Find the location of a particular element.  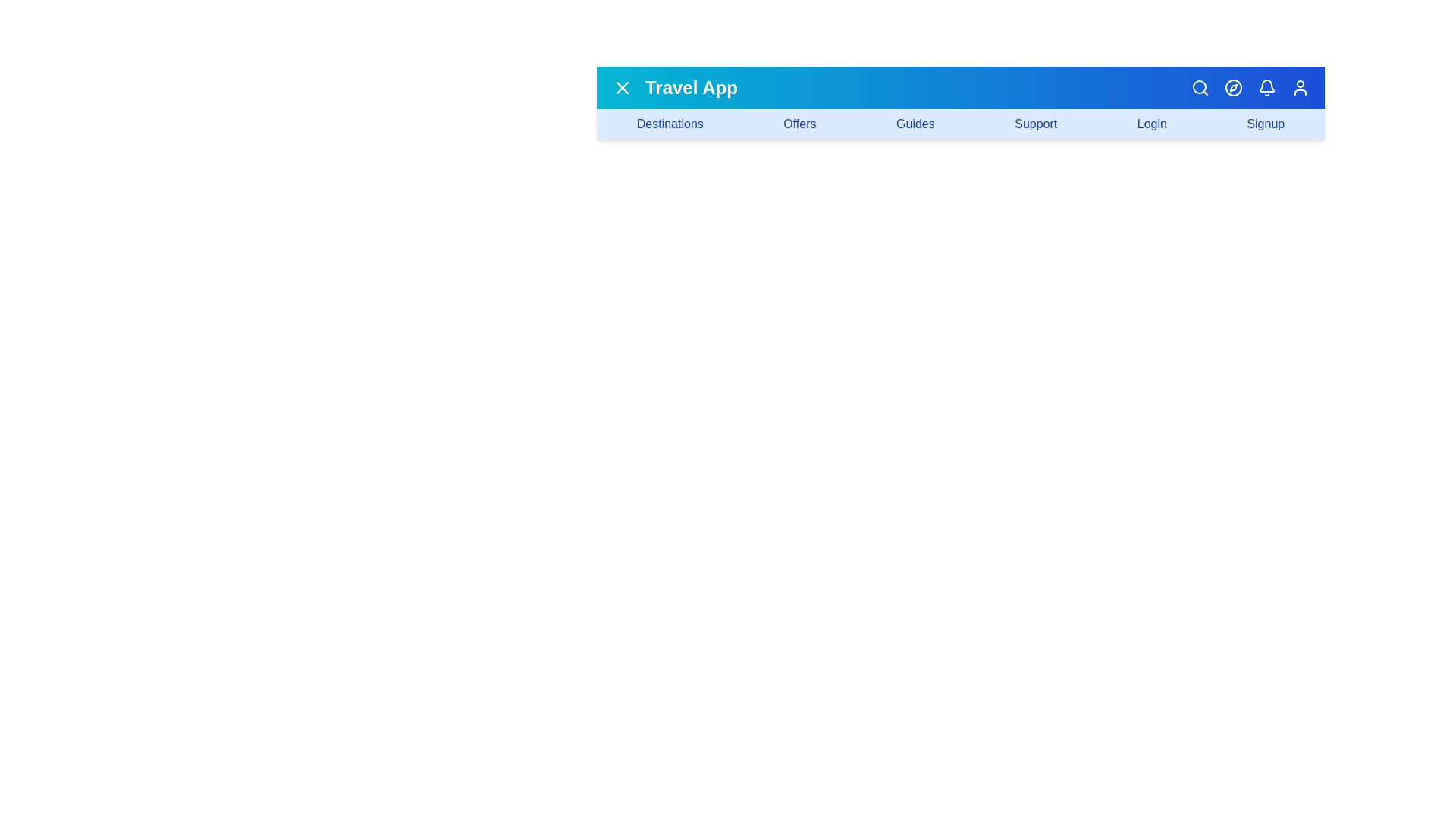

the menu item Support to observe visual feedback is located at coordinates (1035, 124).